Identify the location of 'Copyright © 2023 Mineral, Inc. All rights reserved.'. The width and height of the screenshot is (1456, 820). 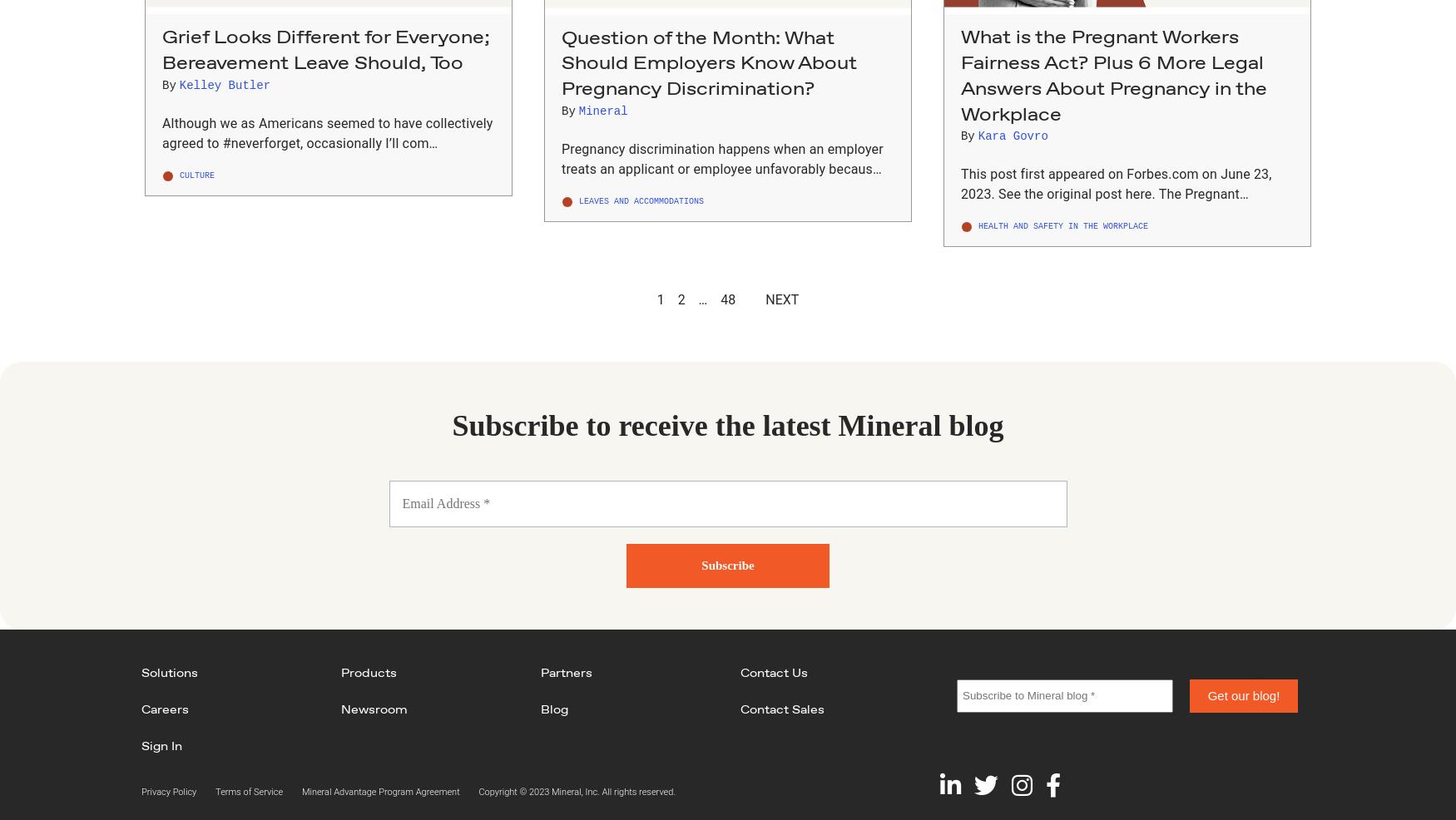
(577, 791).